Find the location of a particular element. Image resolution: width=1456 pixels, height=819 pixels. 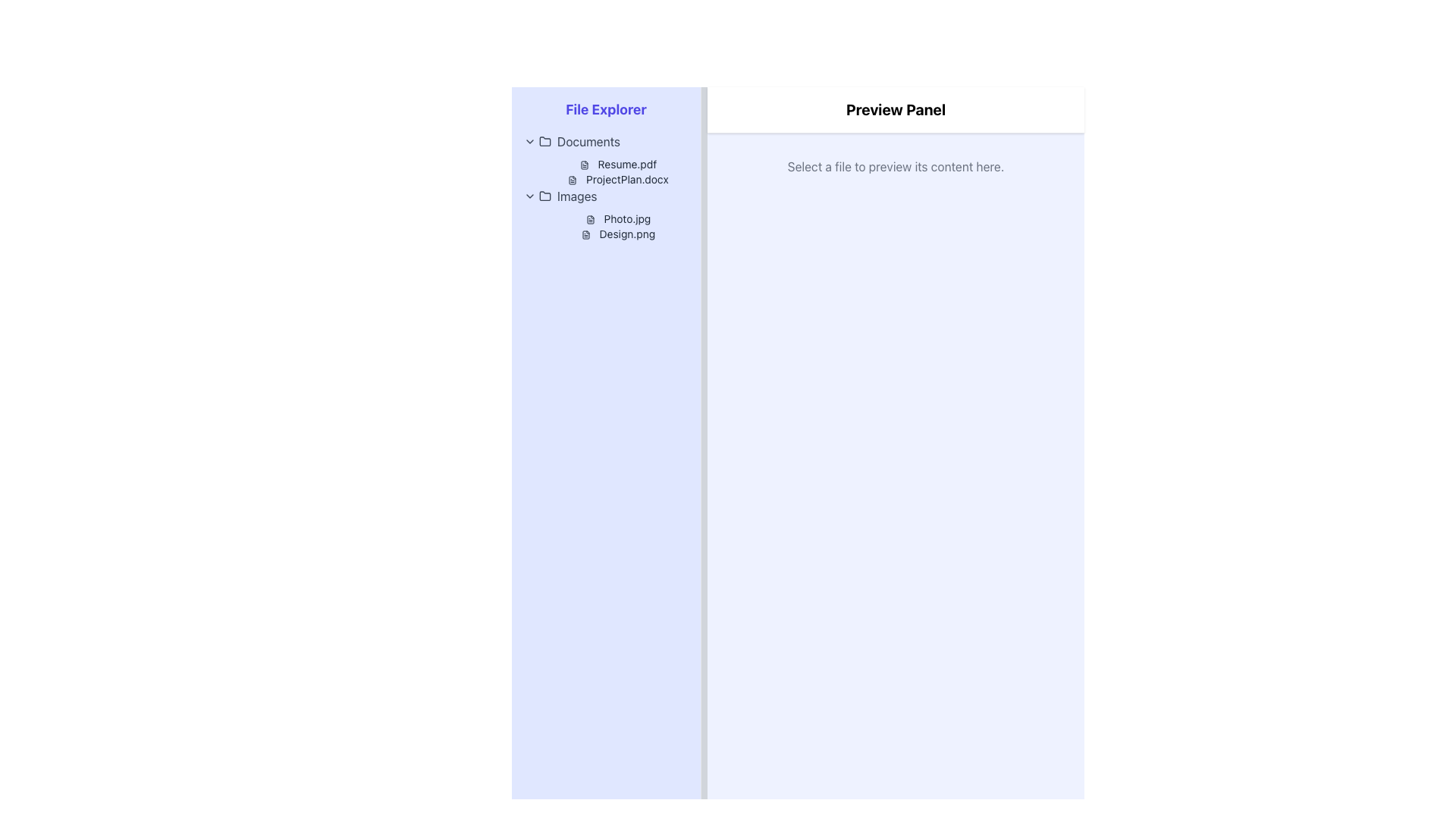

the filename 'Photo.jpg' in the text block containing filenames 'Photo.jpg' and 'Design.png' located in the left-side pane of the file explorer interface is located at coordinates (605, 227).